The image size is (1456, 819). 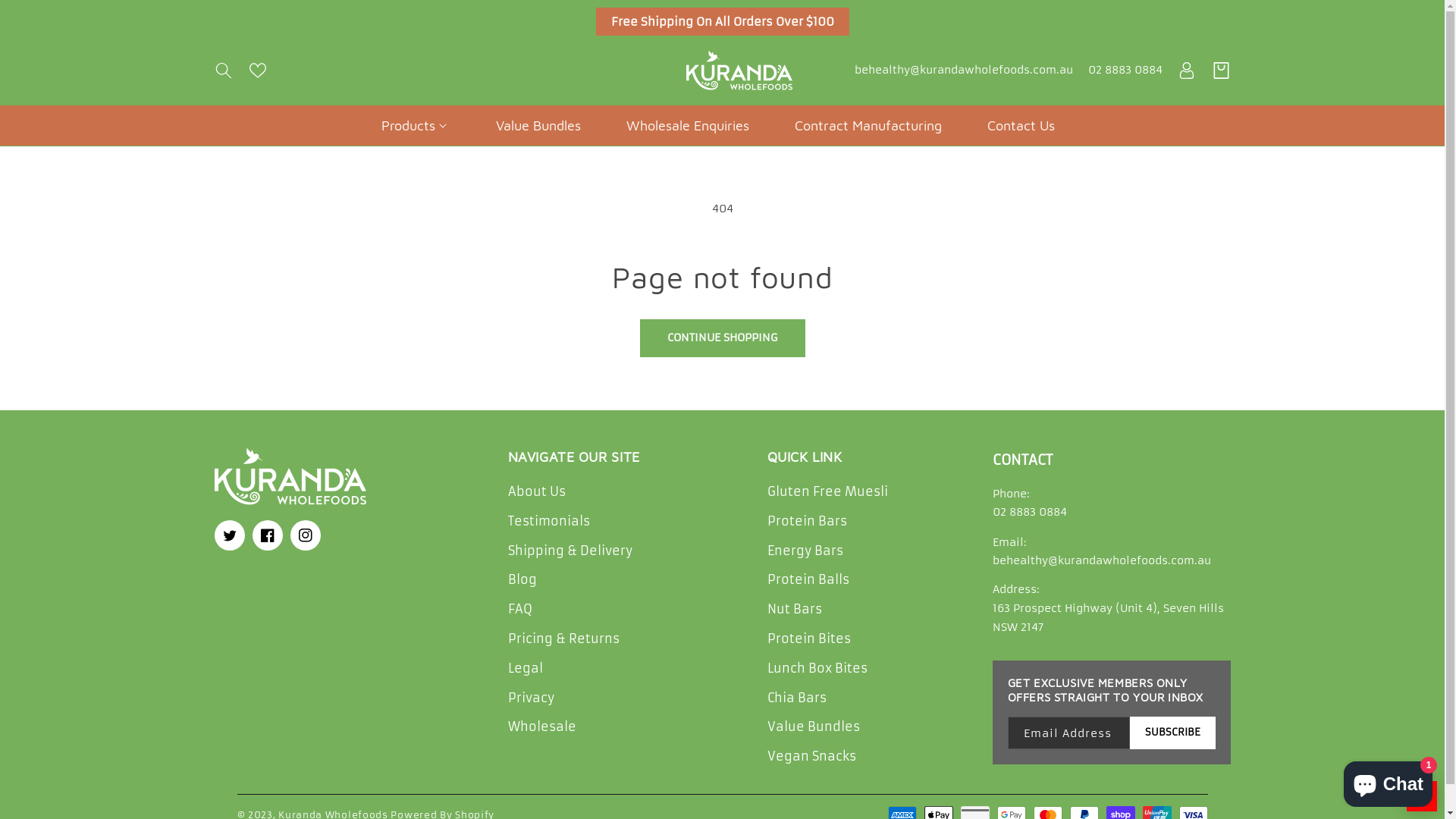 I want to click on 'CONTINUE SHOPPING', so click(x=722, y=337).